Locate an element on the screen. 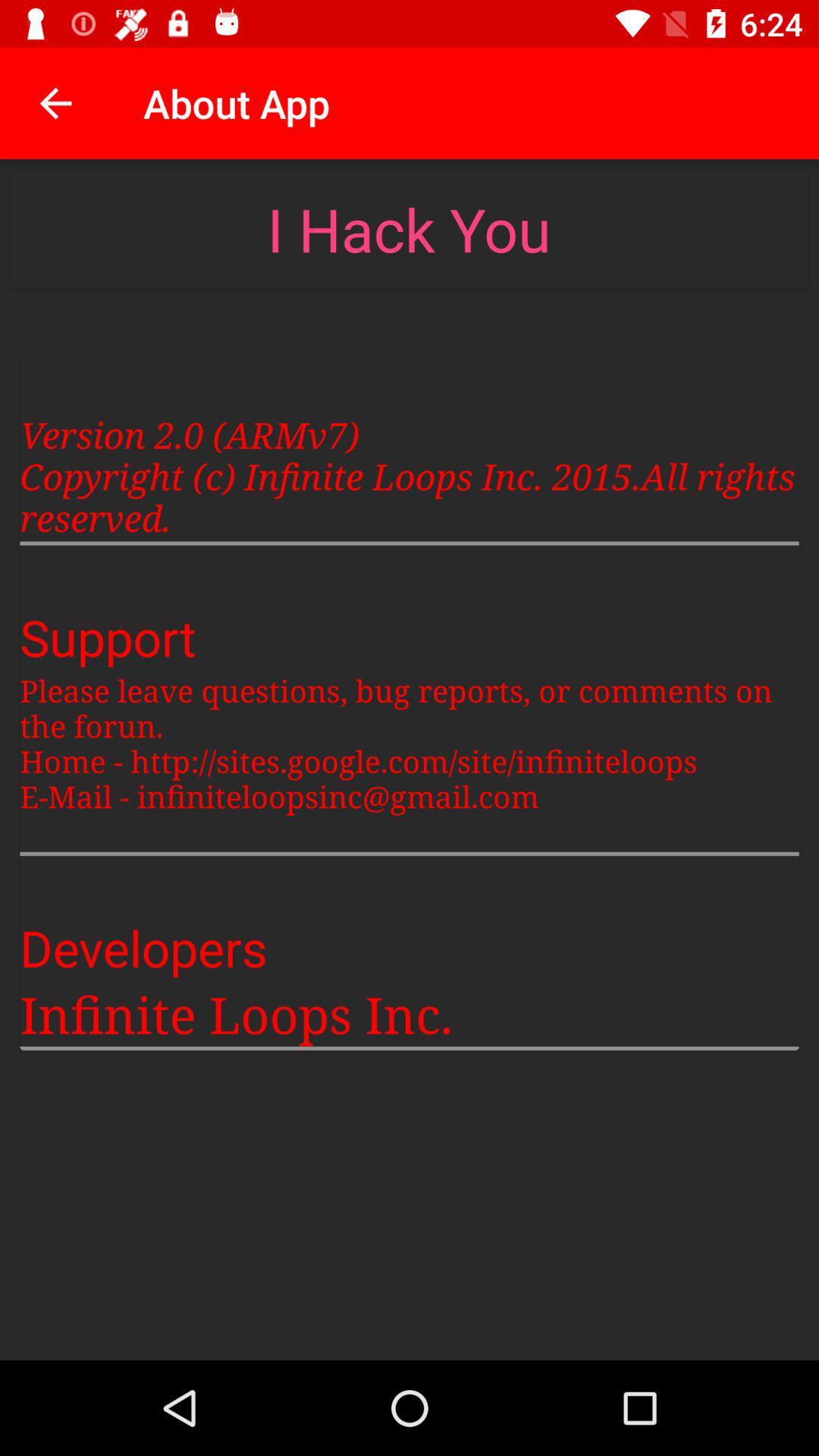 The width and height of the screenshot is (819, 1456). i hack you is located at coordinates (408, 228).